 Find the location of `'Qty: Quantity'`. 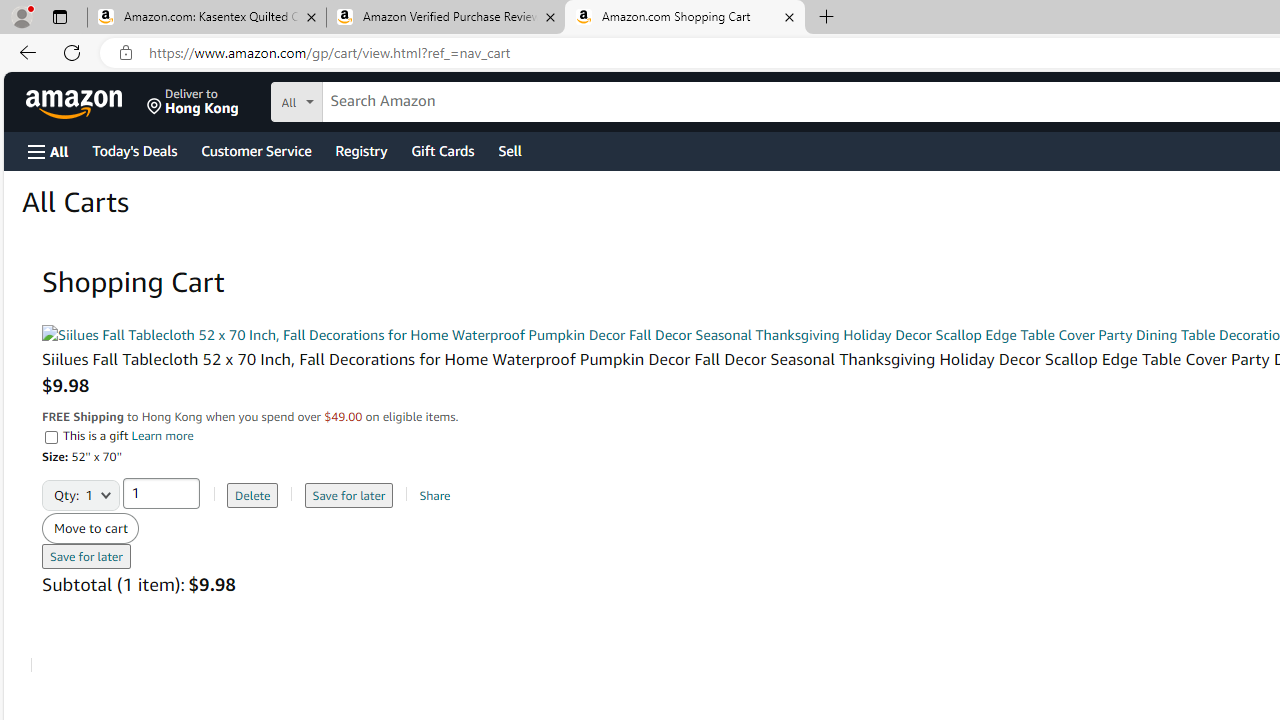

'Qty: Quantity' is located at coordinates (80, 488).